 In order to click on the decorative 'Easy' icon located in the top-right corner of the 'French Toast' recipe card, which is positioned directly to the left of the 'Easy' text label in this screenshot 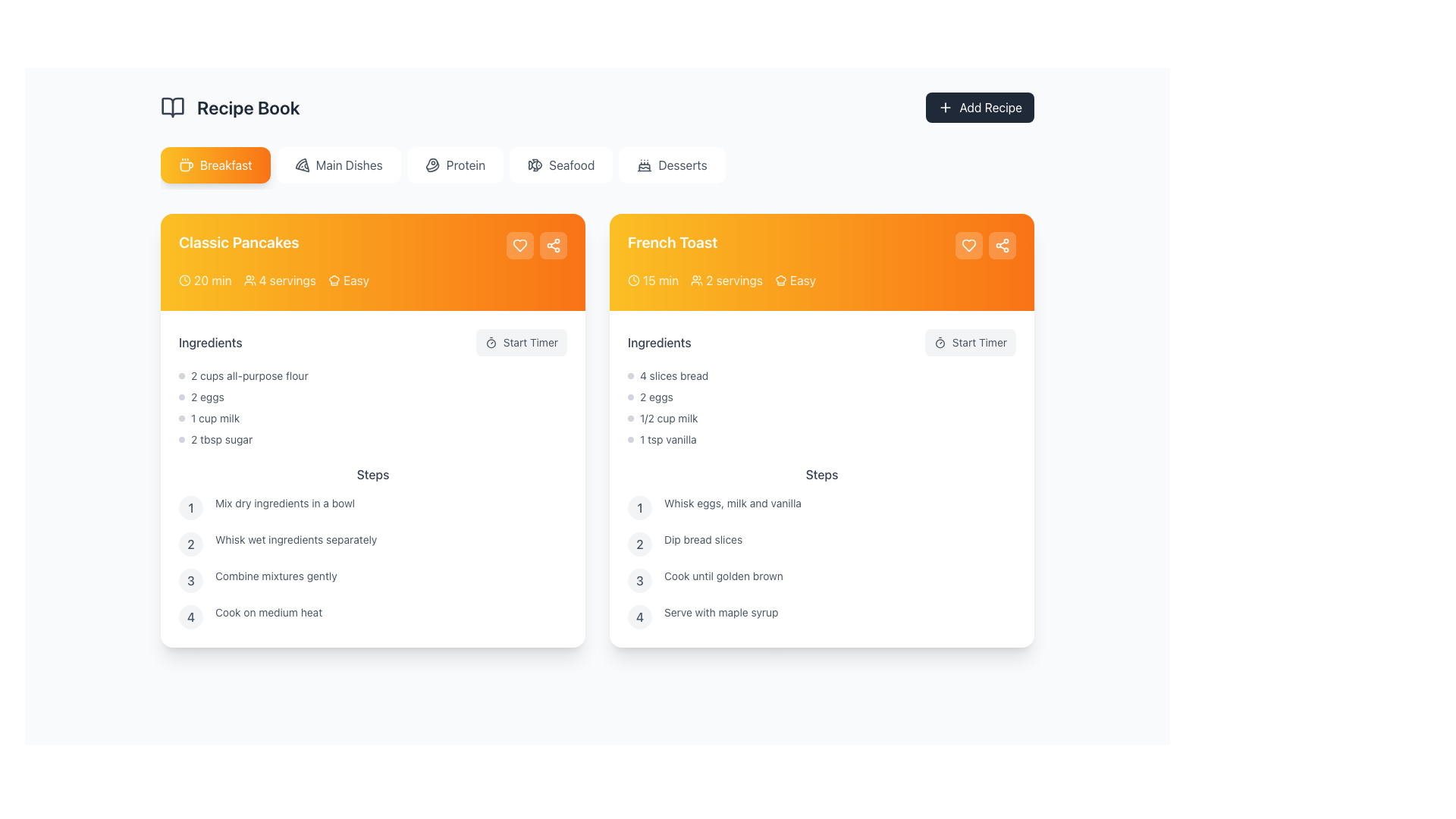, I will do `click(780, 281)`.